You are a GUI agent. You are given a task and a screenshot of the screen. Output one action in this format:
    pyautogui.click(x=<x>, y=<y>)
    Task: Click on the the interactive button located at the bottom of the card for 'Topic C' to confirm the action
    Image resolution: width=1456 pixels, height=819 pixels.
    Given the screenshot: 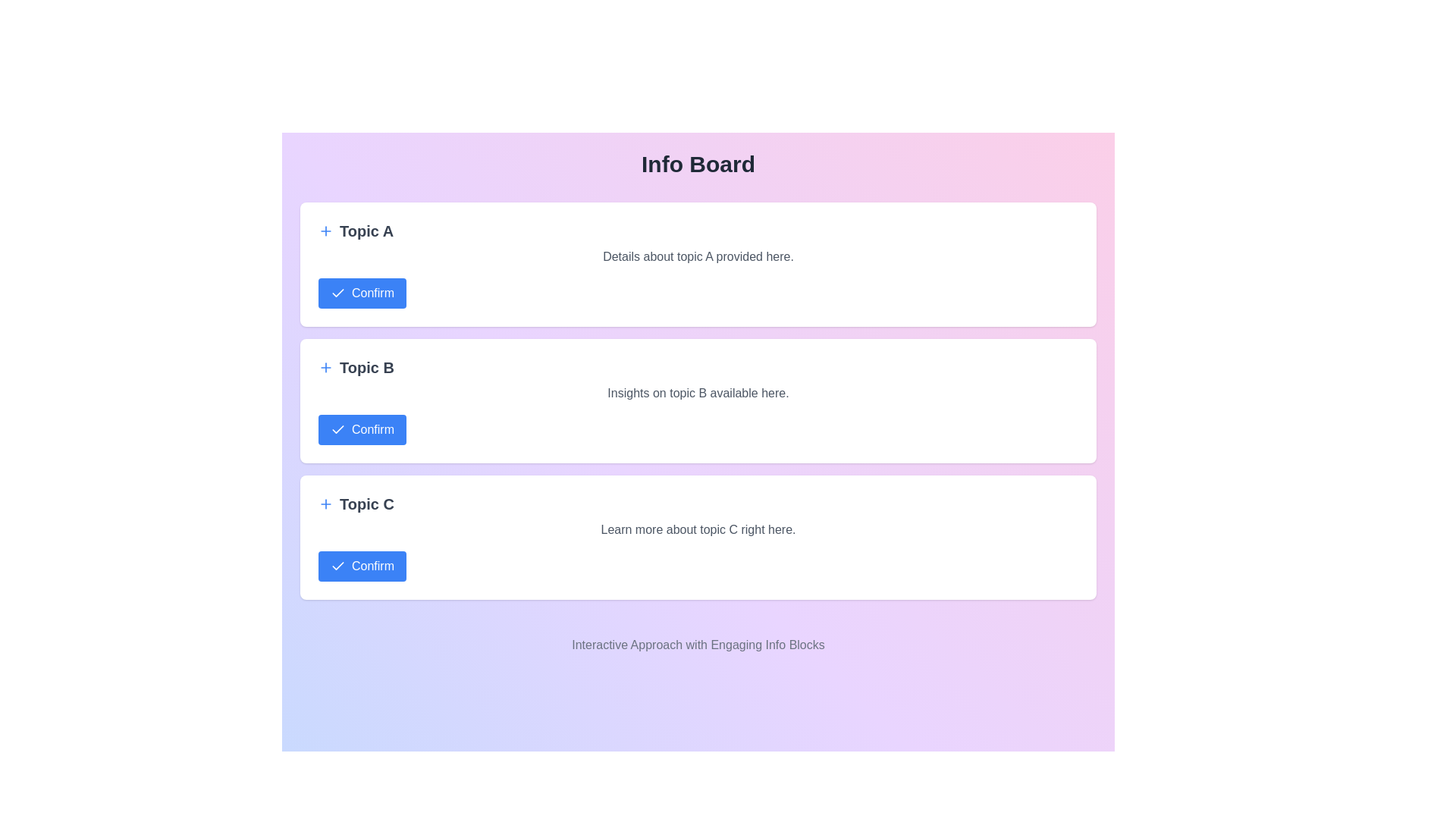 What is the action you would take?
    pyautogui.click(x=362, y=566)
    